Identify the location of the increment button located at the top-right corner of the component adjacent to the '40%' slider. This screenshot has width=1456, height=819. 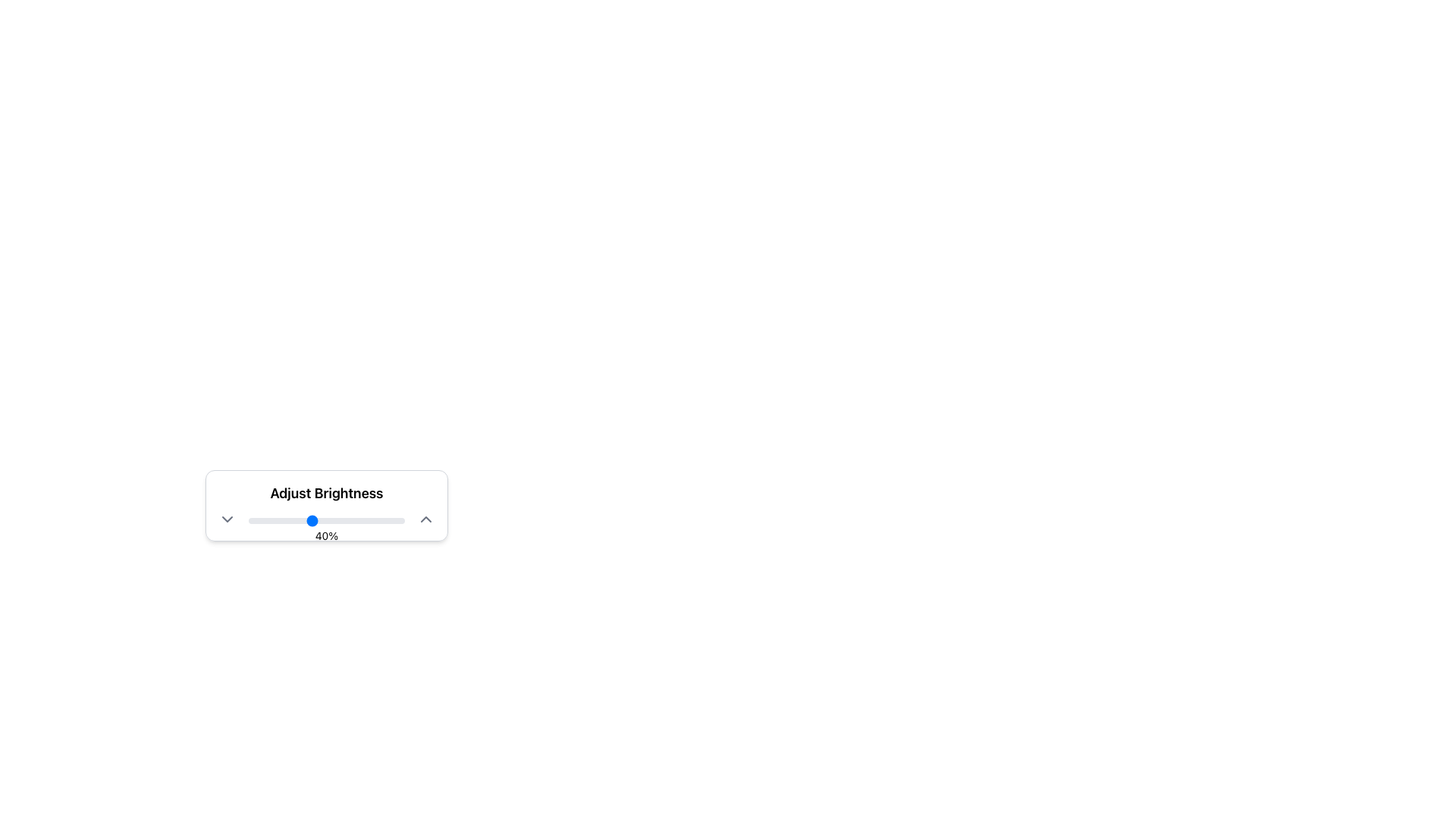
(425, 519).